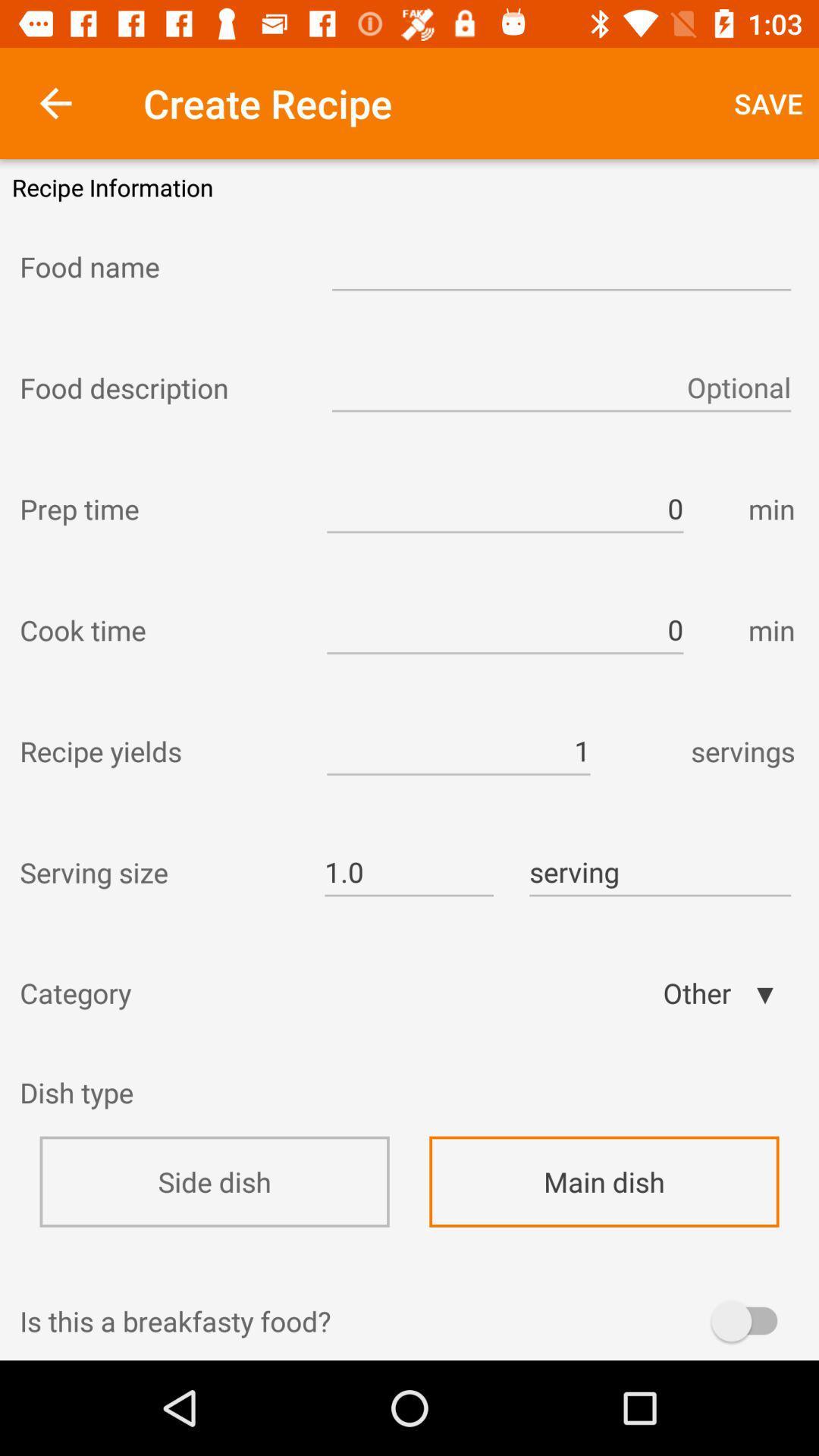 The height and width of the screenshot is (1456, 819). Describe the element at coordinates (409, 1320) in the screenshot. I see `the is this a item` at that location.